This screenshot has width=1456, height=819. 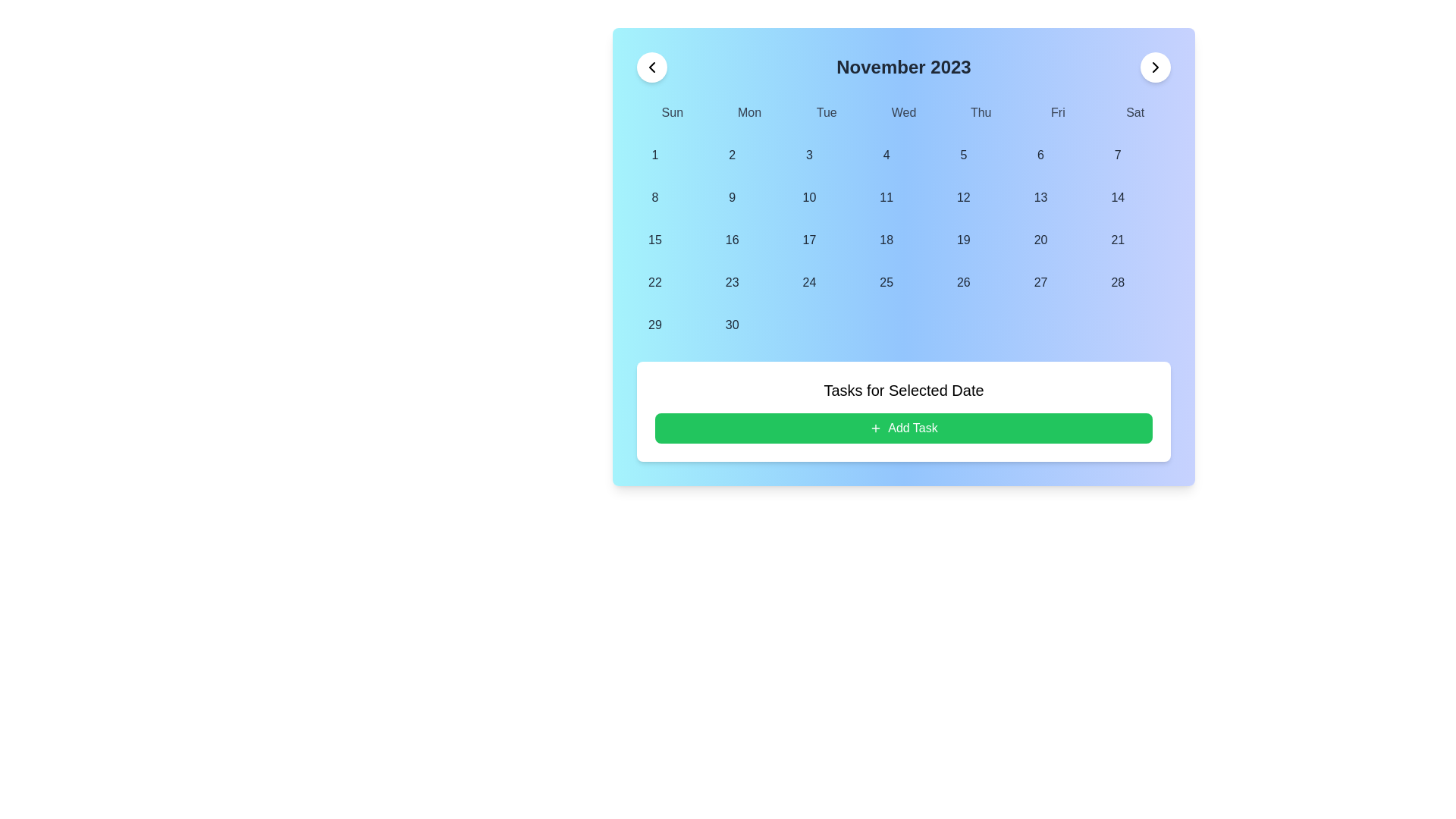 I want to click on the small circular button displaying the number '9' in the calendar view, so click(x=732, y=197).